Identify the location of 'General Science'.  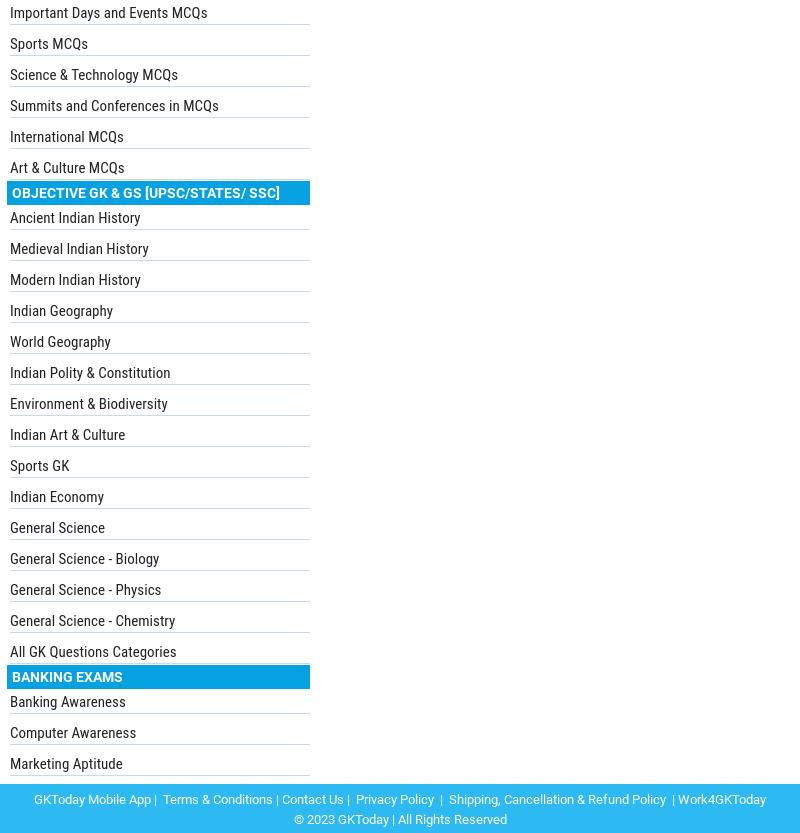
(56, 527).